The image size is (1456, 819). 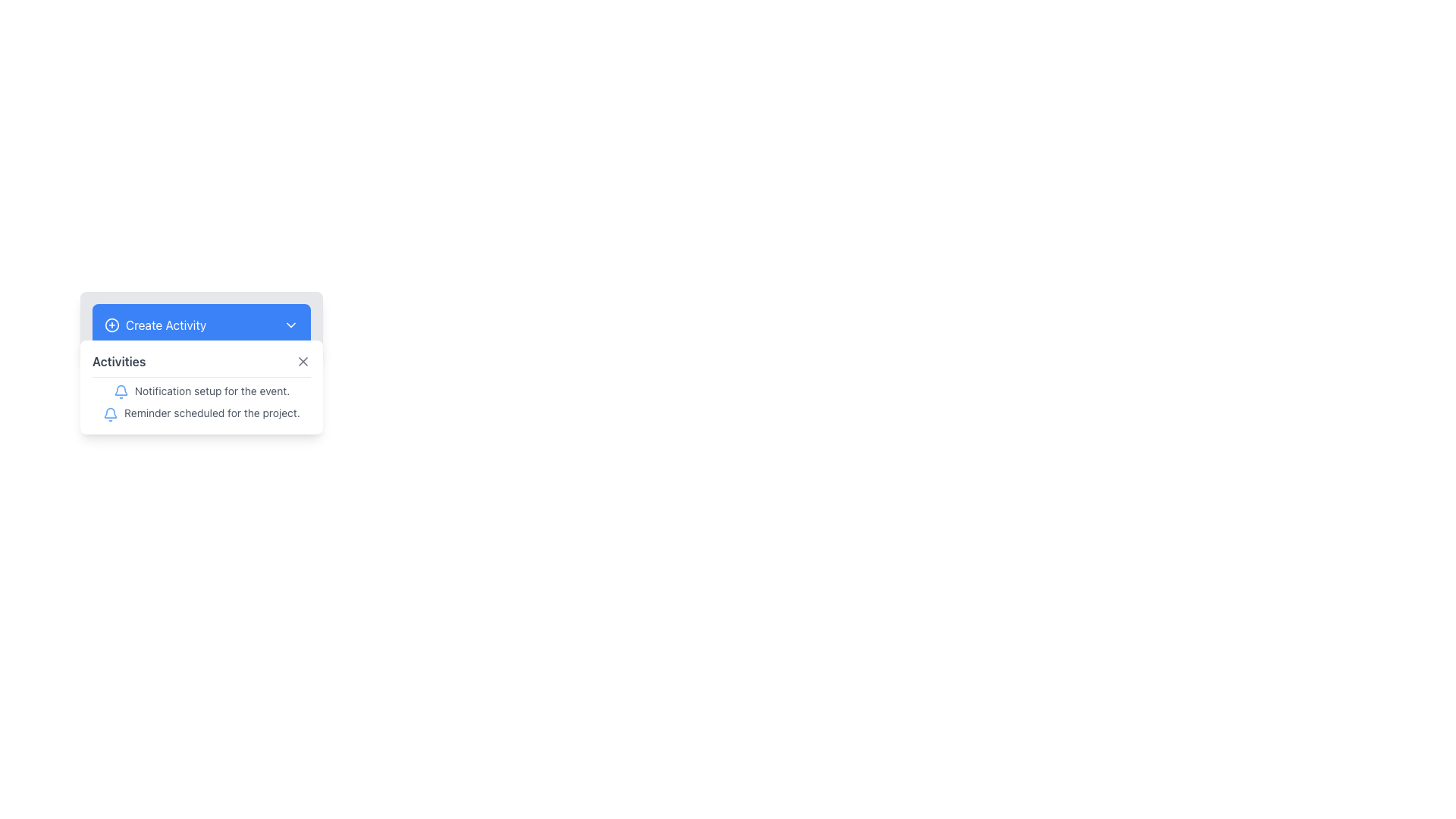 What do you see at coordinates (155, 324) in the screenshot?
I see `the blue button labeled 'Create Activity' with a plus icon` at bounding box center [155, 324].